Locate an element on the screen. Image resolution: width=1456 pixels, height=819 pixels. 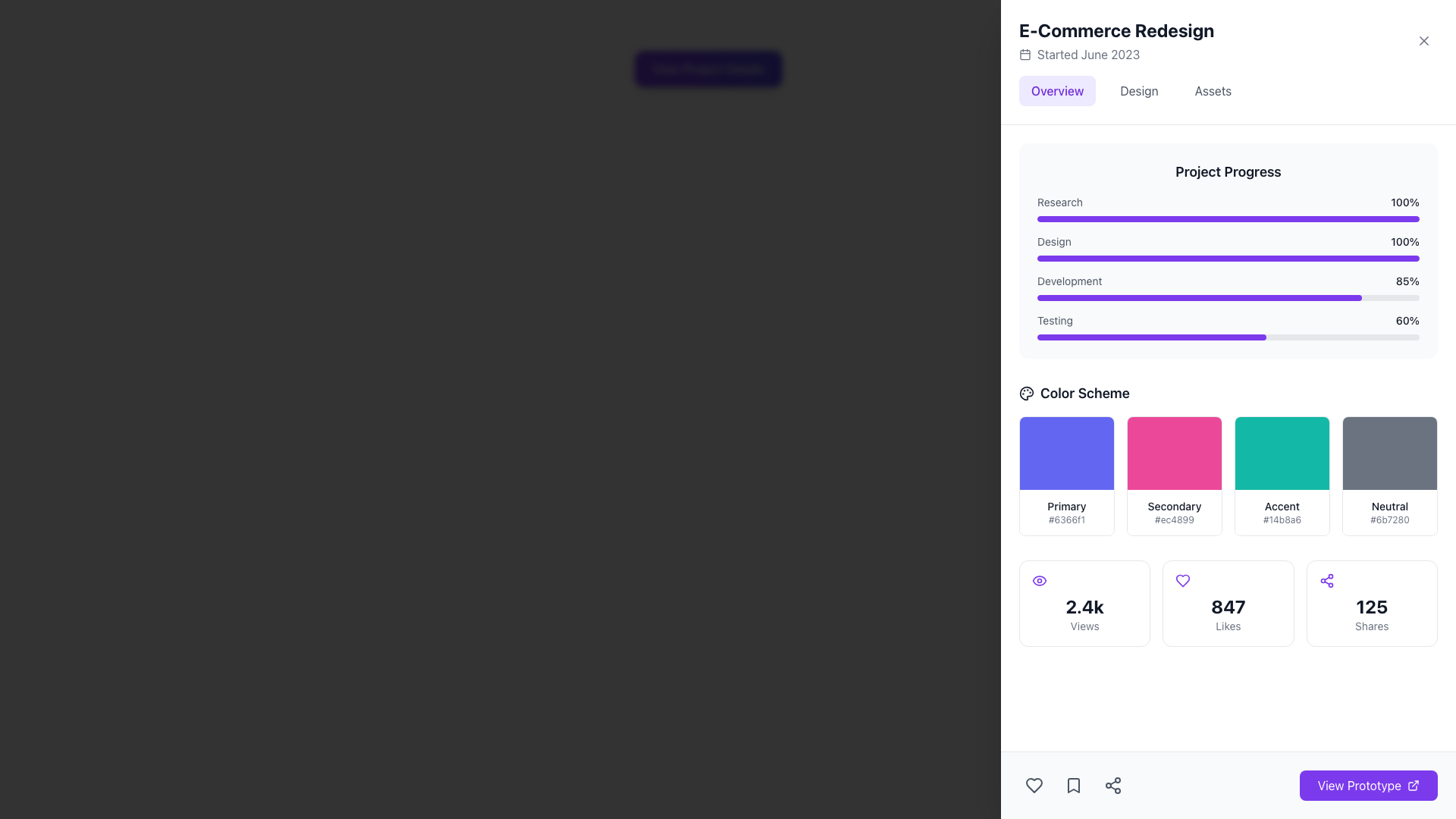
the heart icon representing the likes count, which is located directly above the numerical likes count '847' in the center column of the statistics is located at coordinates (1182, 580).